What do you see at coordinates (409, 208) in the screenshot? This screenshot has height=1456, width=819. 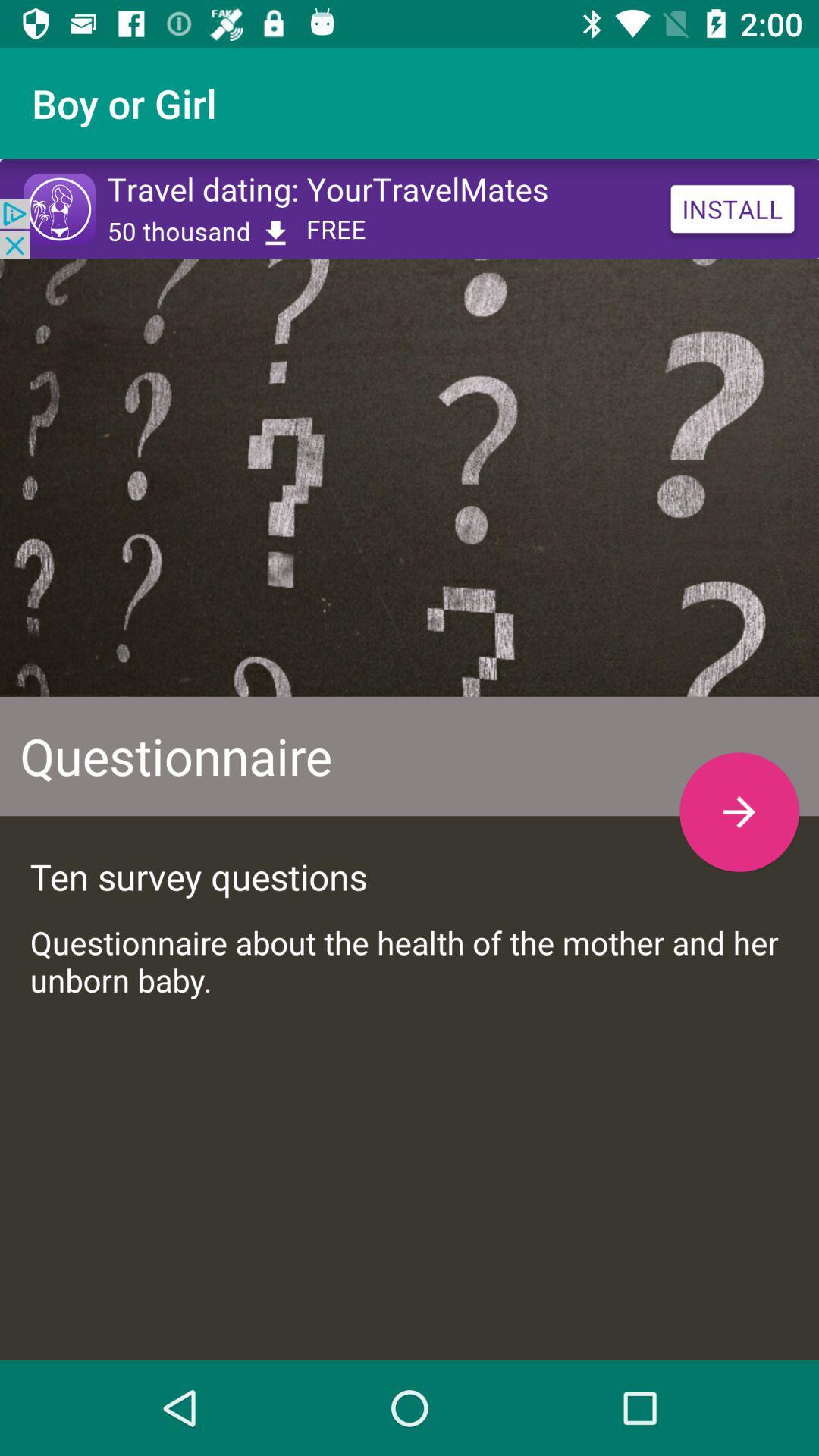 I see `advertisement bar` at bounding box center [409, 208].